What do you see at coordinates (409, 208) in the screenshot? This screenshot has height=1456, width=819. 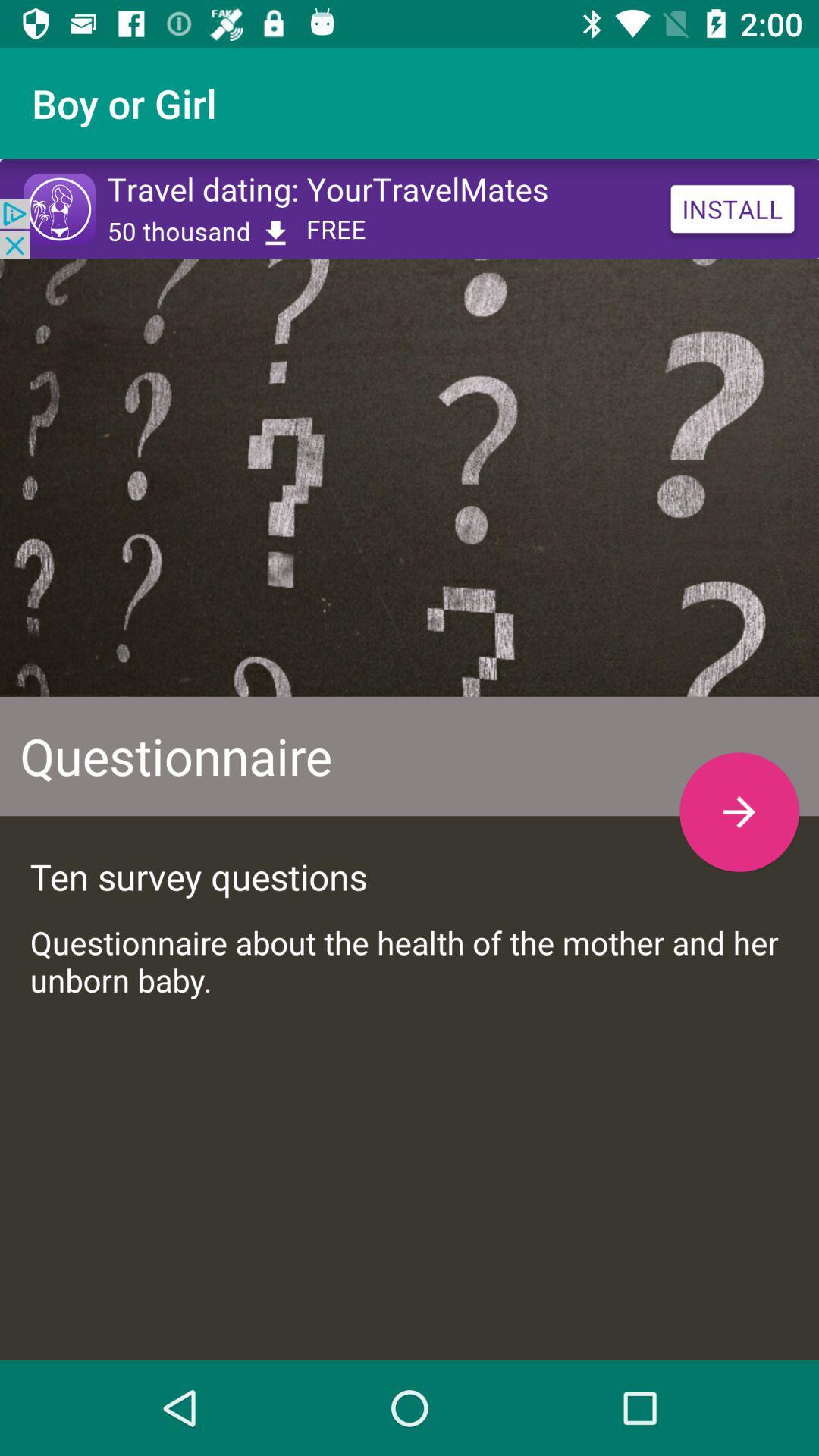 I see `advertisement bar` at bounding box center [409, 208].